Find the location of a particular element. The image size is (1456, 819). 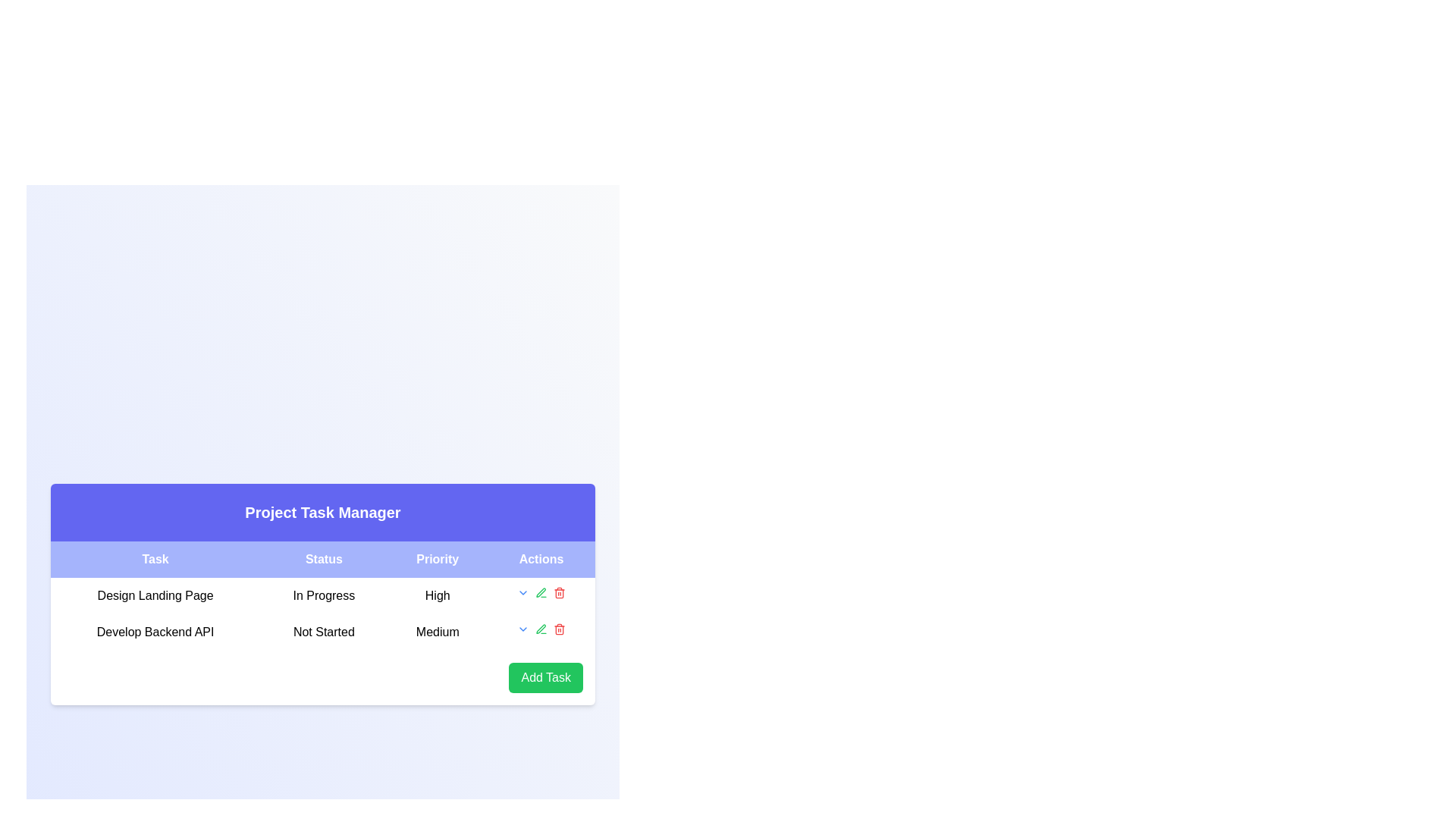

the 'Priority' label, which is styled with a blue background and white text, located in the third section of the header bar above the table-style list is located at coordinates (437, 559).